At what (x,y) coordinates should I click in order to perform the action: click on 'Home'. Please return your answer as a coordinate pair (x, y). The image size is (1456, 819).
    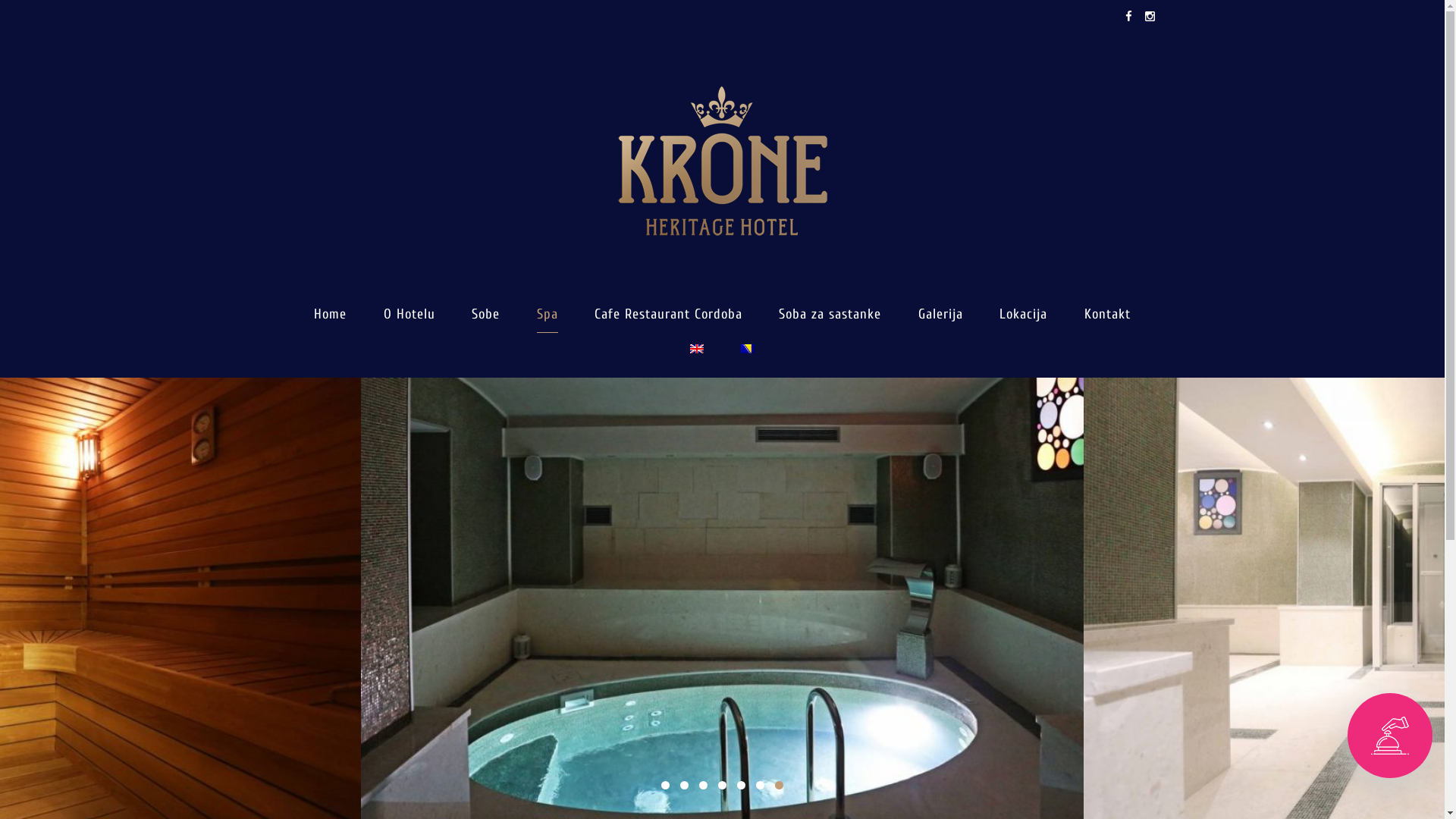
    Looking at the image, I should click on (329, 314).